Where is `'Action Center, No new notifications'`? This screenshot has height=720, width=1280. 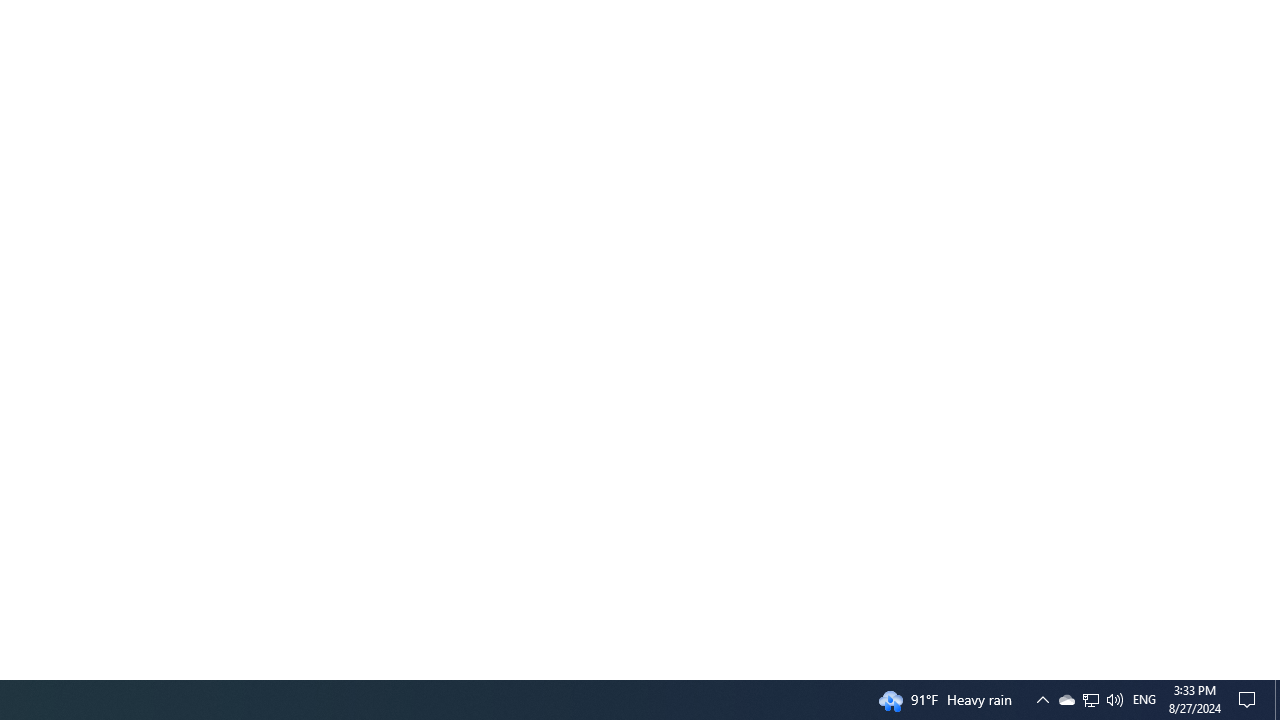
'Action Center, No new notifications' is located at coordinates (1250, 698).